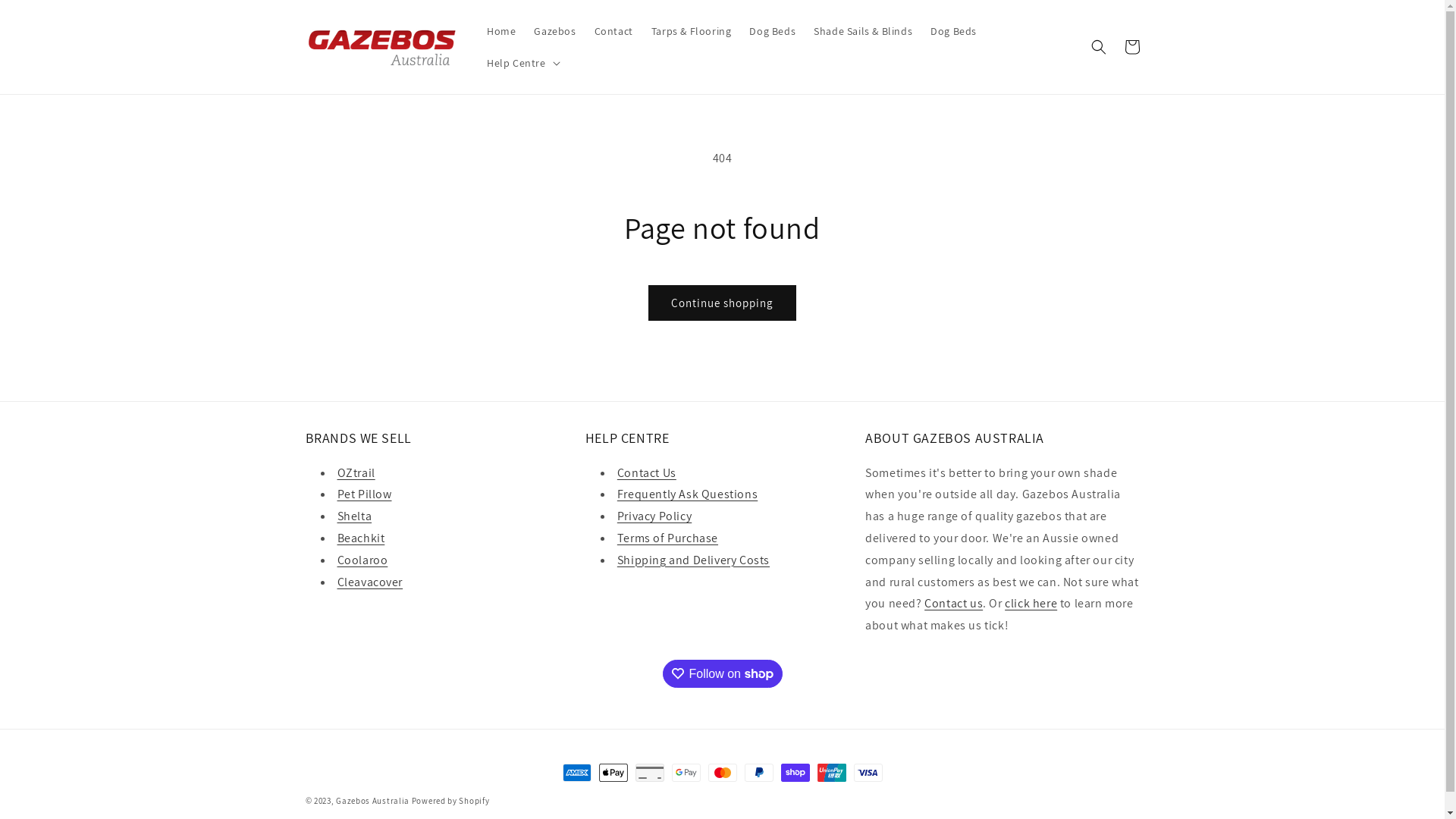 This screenshot has height=819, width=1456. What do you see at coordinates (667, 537) in the screenshot?
I see `'Terms of Purchase'` at bounding box center [667, 537].